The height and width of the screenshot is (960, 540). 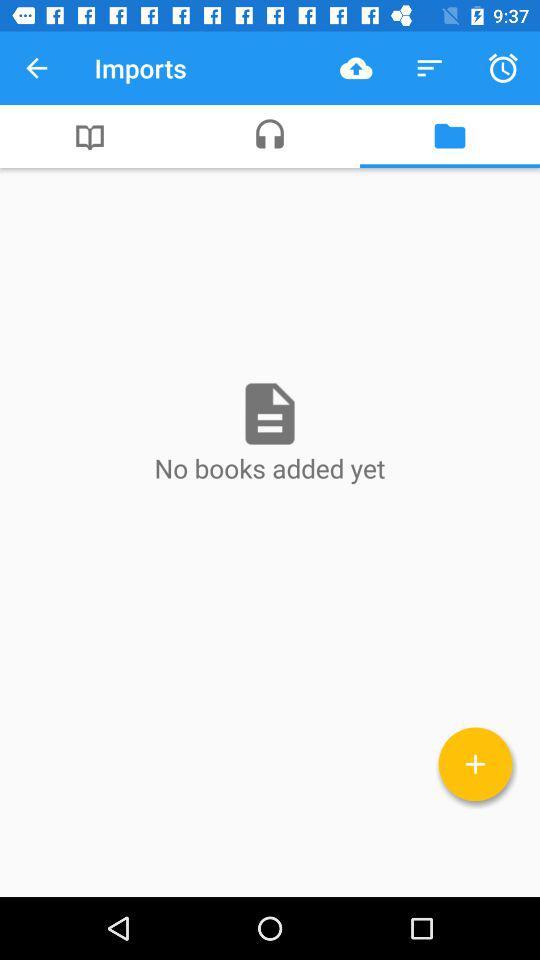 What do you see at coordinates (449, 135) in the screenshot?
I see `icon above the no books added icon` at bounding box center [449, 135].